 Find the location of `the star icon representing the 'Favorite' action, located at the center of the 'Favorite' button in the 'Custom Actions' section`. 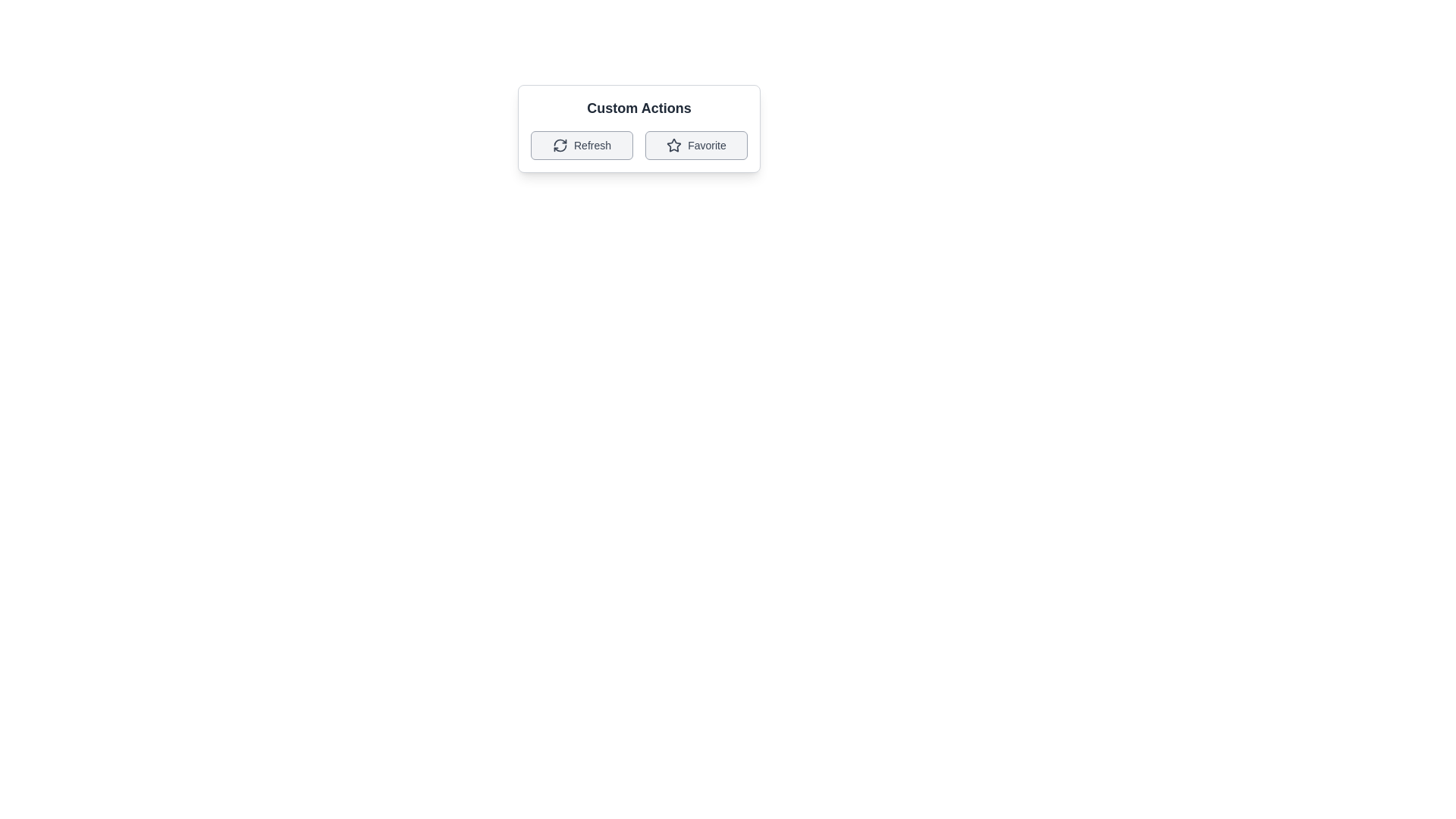

the star icon representing the 'Favorite' action, located at the center of the 'Favorite' button in the 'Custom Actions' section is located at coordinates (673, 146).